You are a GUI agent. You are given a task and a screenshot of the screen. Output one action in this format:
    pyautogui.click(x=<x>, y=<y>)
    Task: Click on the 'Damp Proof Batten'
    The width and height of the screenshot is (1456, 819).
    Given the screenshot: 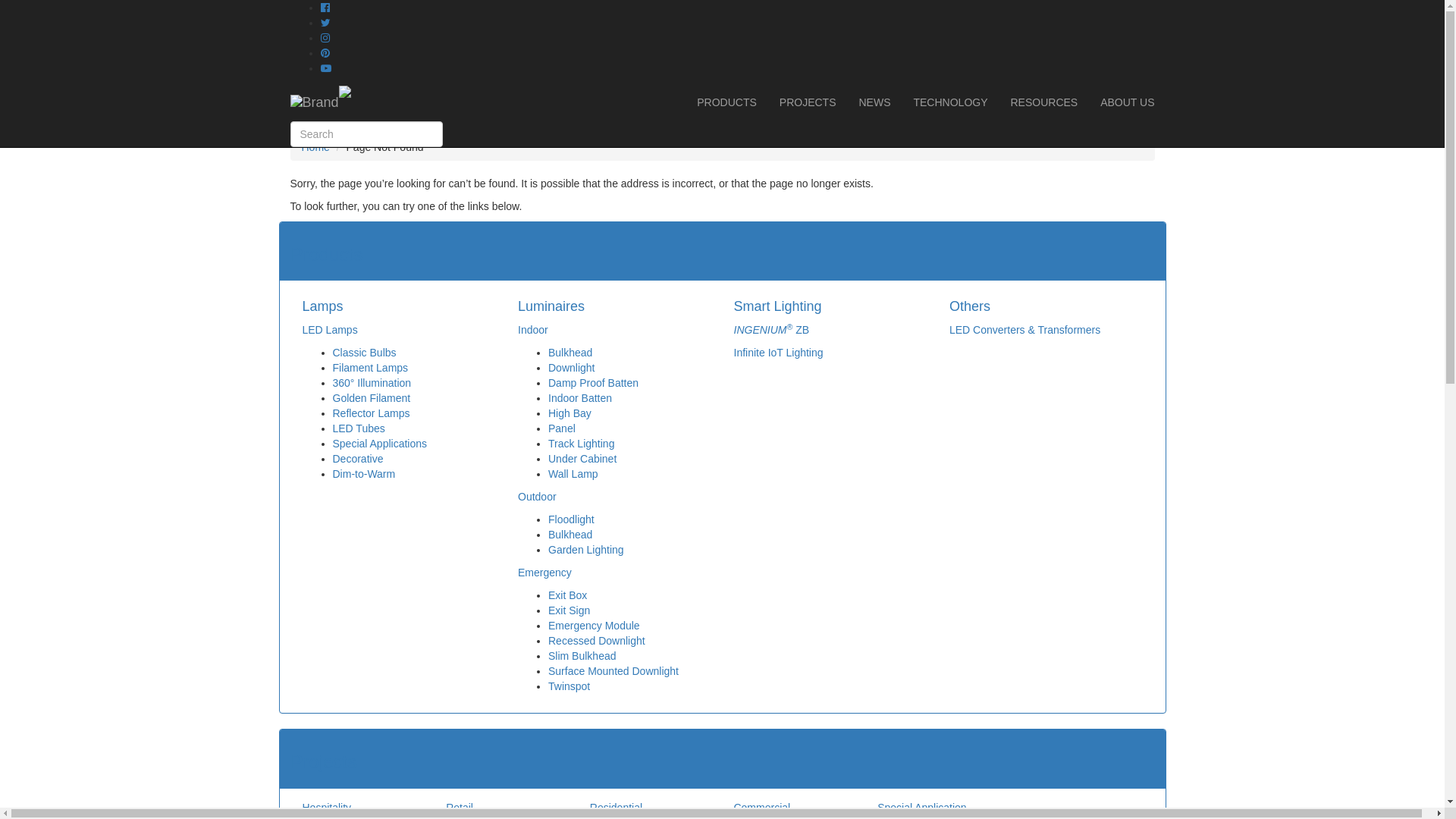 What is the action you would take?
    pyautogui.click(x=592, y=382)
    